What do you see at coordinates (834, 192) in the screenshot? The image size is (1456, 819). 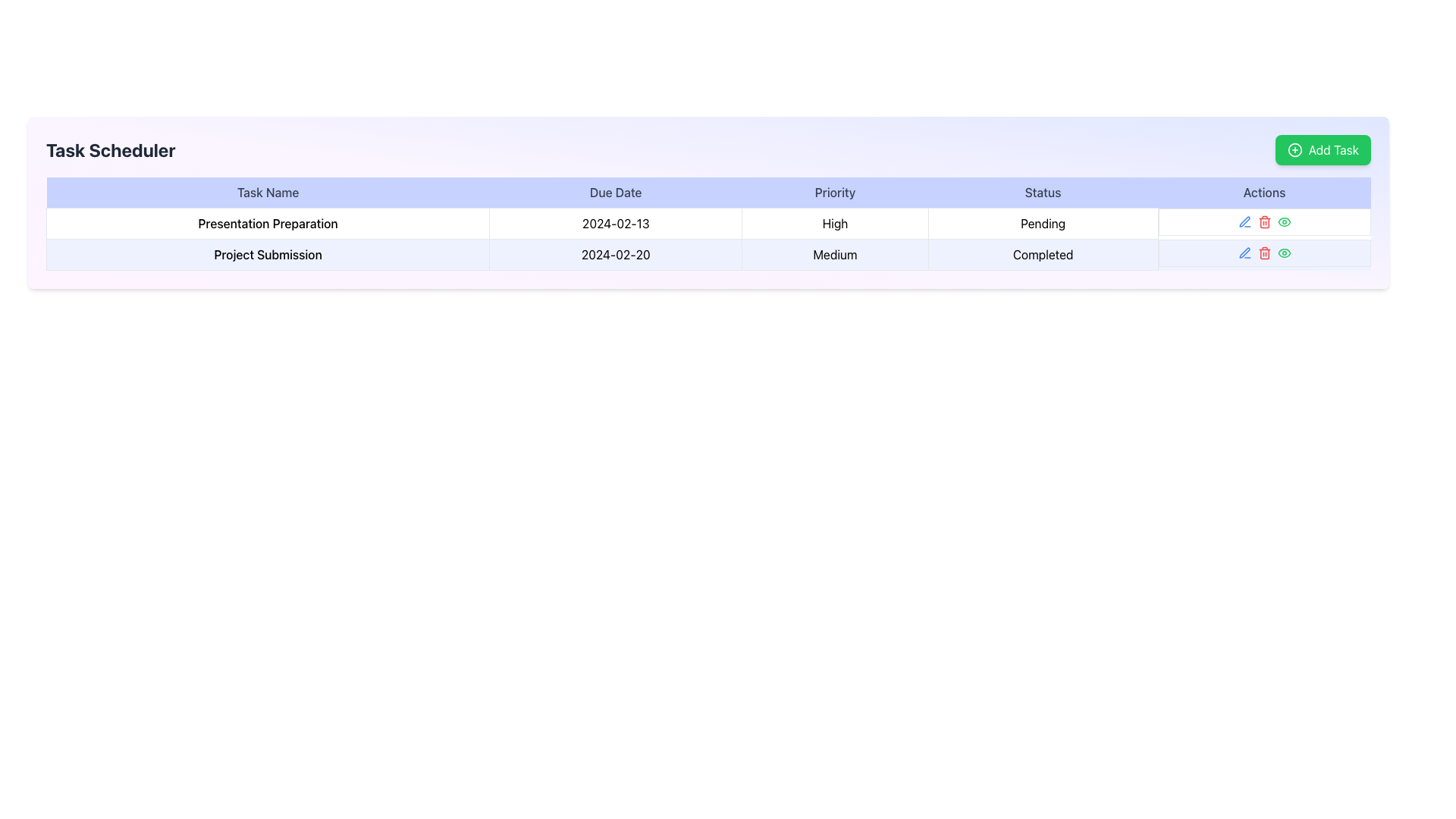 I see `the third column header cell indicating priority information in the tasks table` at bounding box center [834, 192].